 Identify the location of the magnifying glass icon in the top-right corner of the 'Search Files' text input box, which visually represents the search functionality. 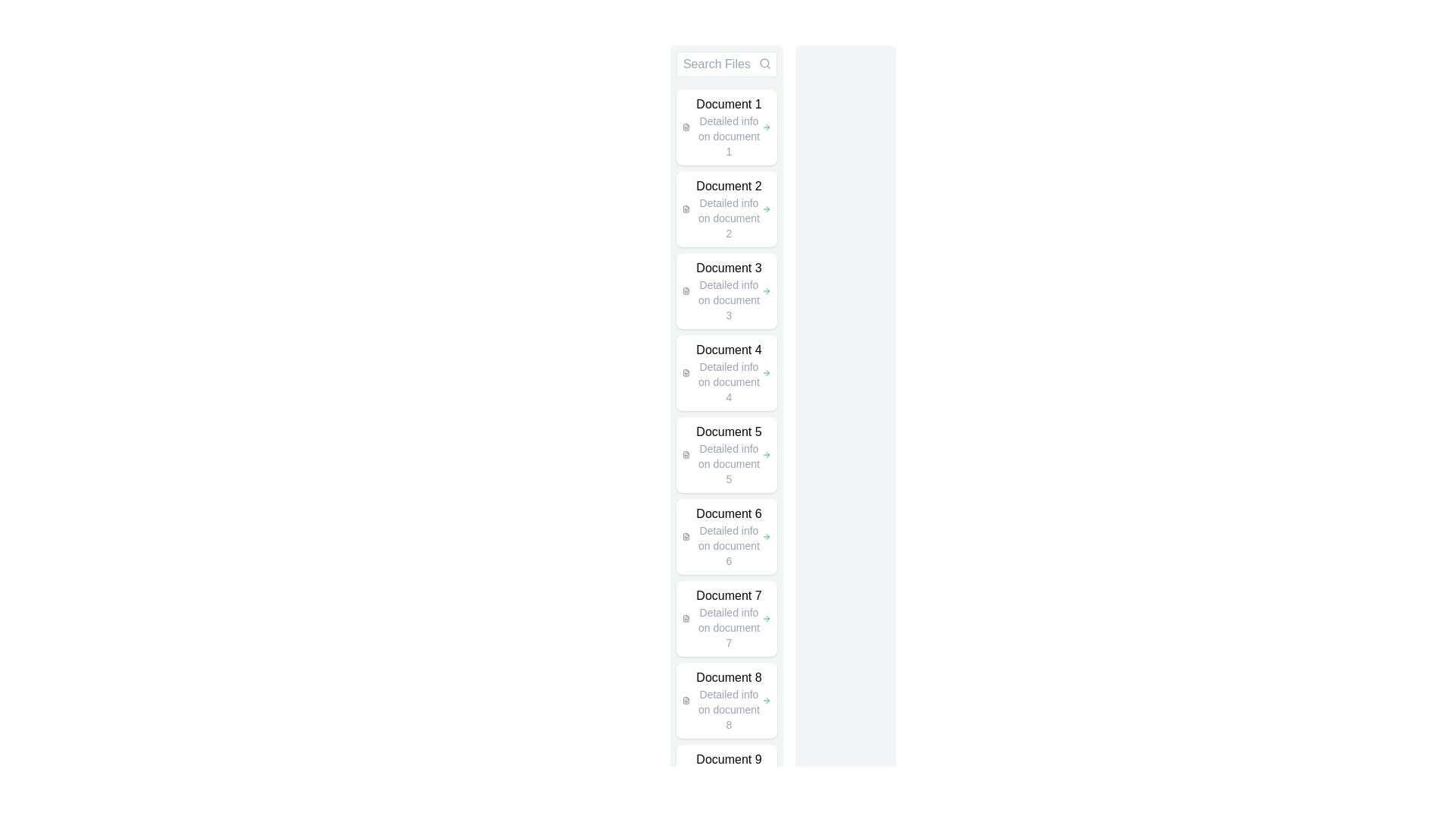
(764, 63).